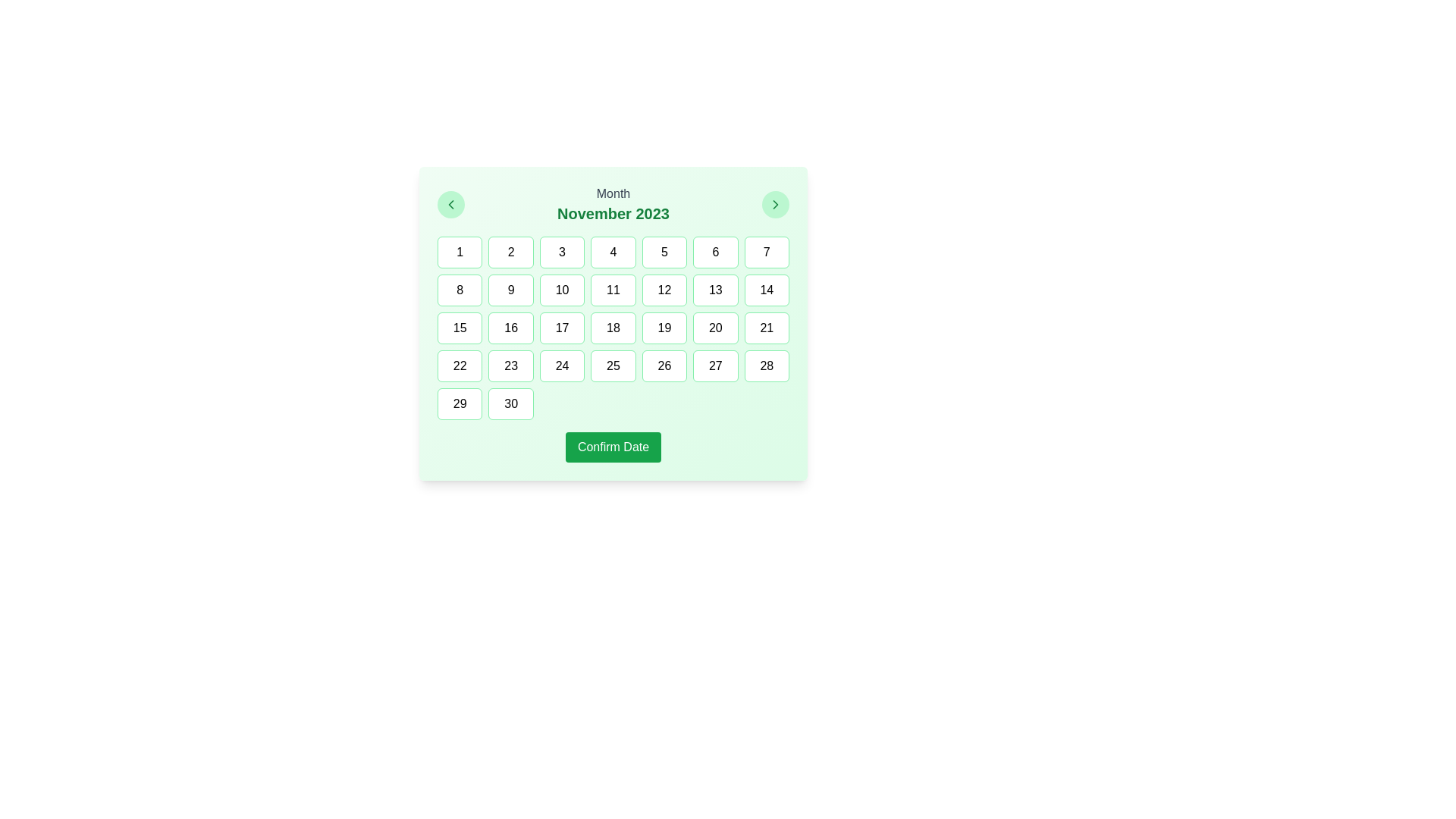 Image resolution: width=1456 pixels, height=819 pixels. What do you see at coordinates (510, 327) in the screenshot?
I see `the button representing the 16th day in the calendar interface` at bounding box center [510, 327].